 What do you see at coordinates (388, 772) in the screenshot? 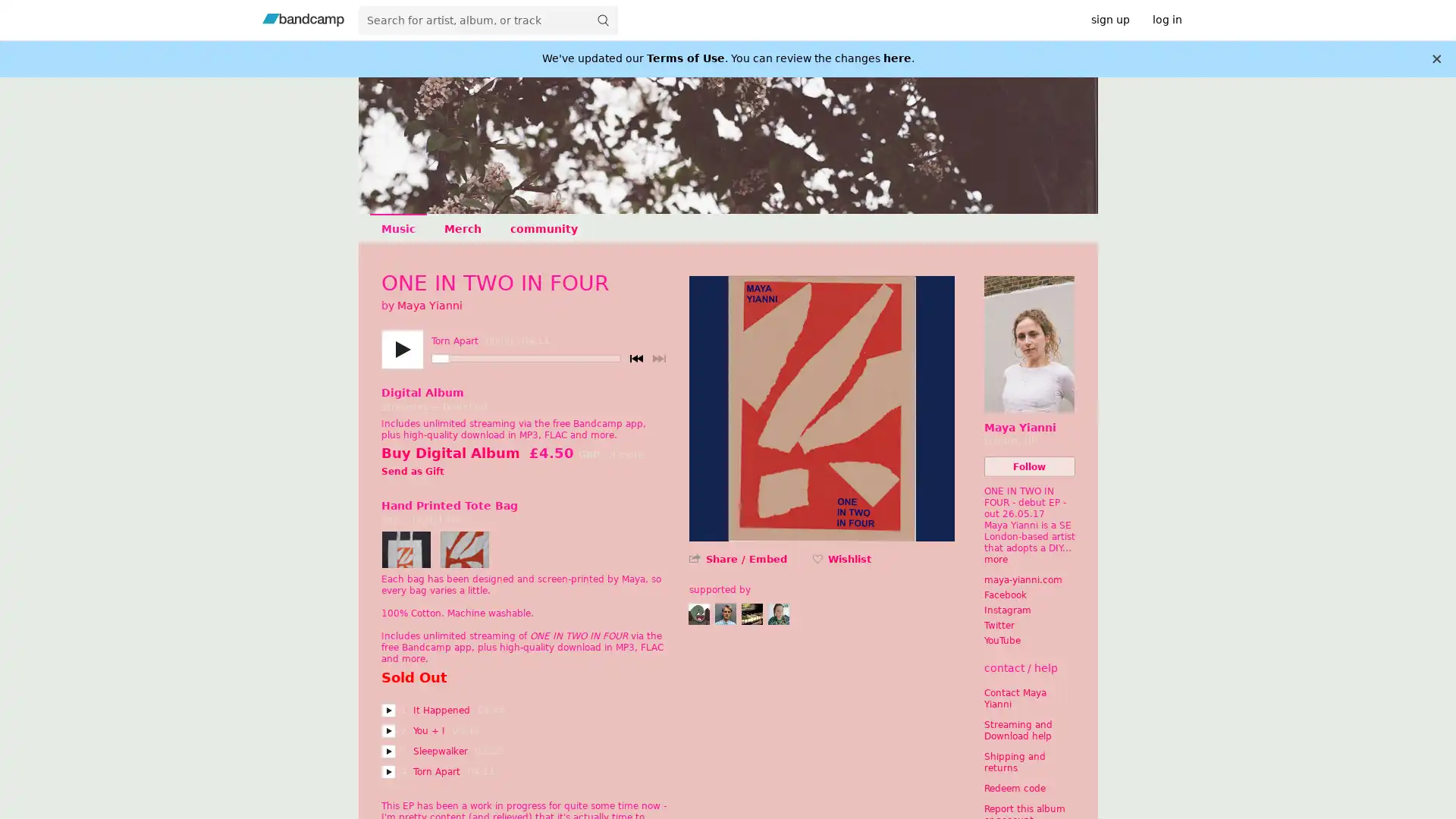
I see `Play Torn Apart` at bounding box center [388, 772].